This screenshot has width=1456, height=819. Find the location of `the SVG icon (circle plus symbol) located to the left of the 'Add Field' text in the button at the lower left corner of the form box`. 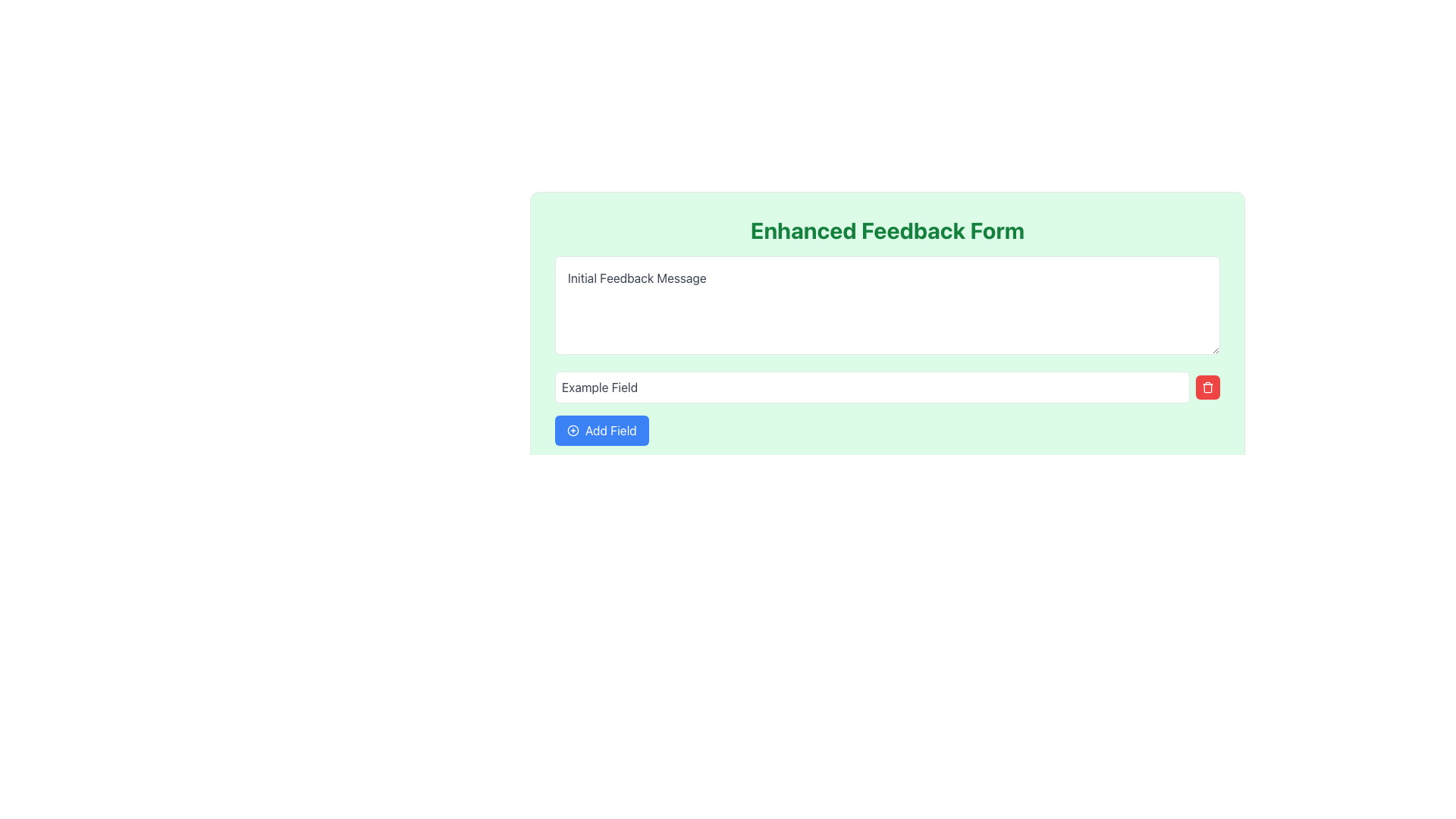

the SVG icon (circle plus symbol) located to the left of the 'Add Field' text in the button at the lower left corner of the form box is located at coordinates (572, 430).